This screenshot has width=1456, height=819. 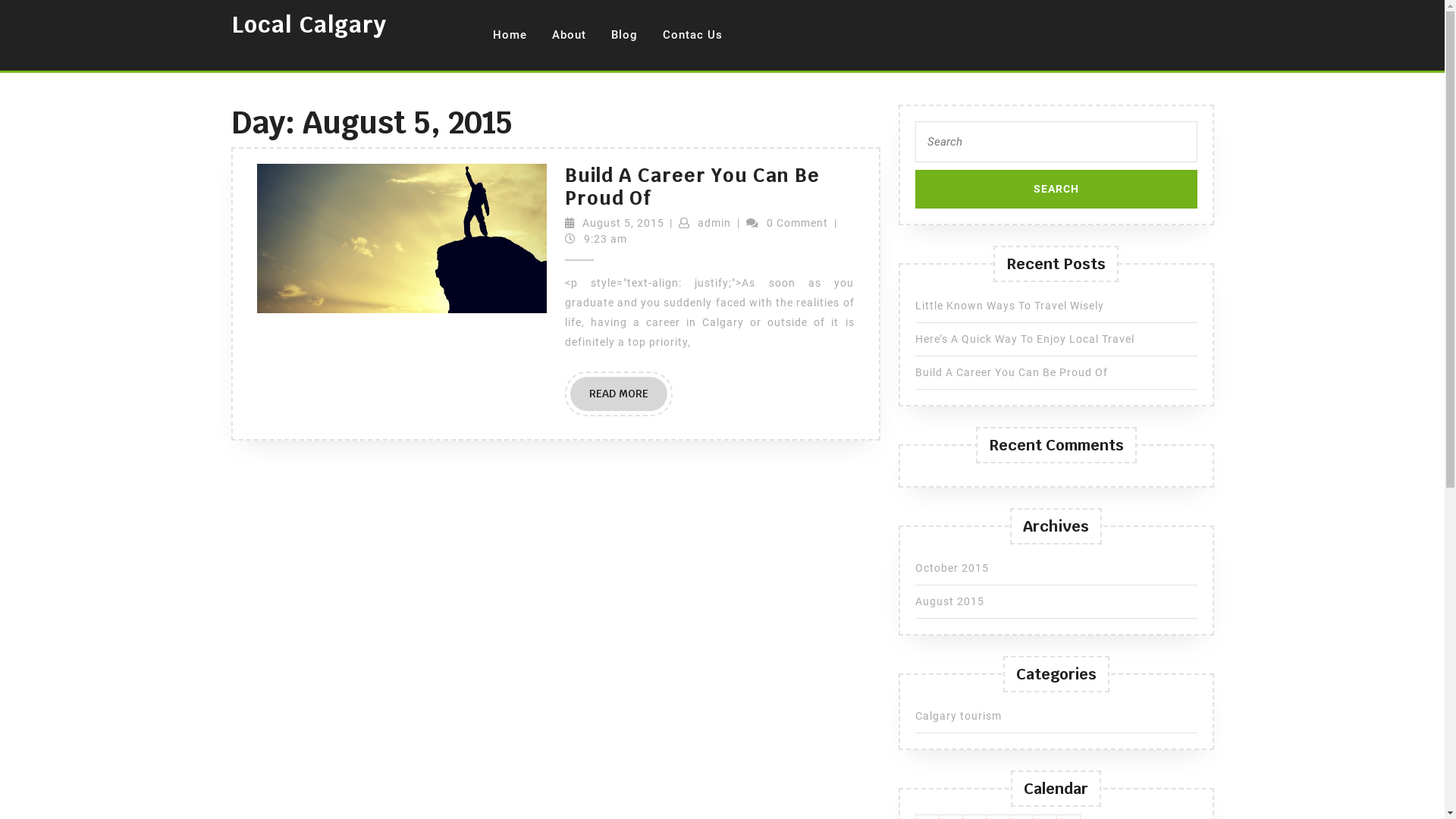 What do you see at coordinates (913, 567) in the screenshot?
I see `'October 2015'` at bounding box center [913, 567].